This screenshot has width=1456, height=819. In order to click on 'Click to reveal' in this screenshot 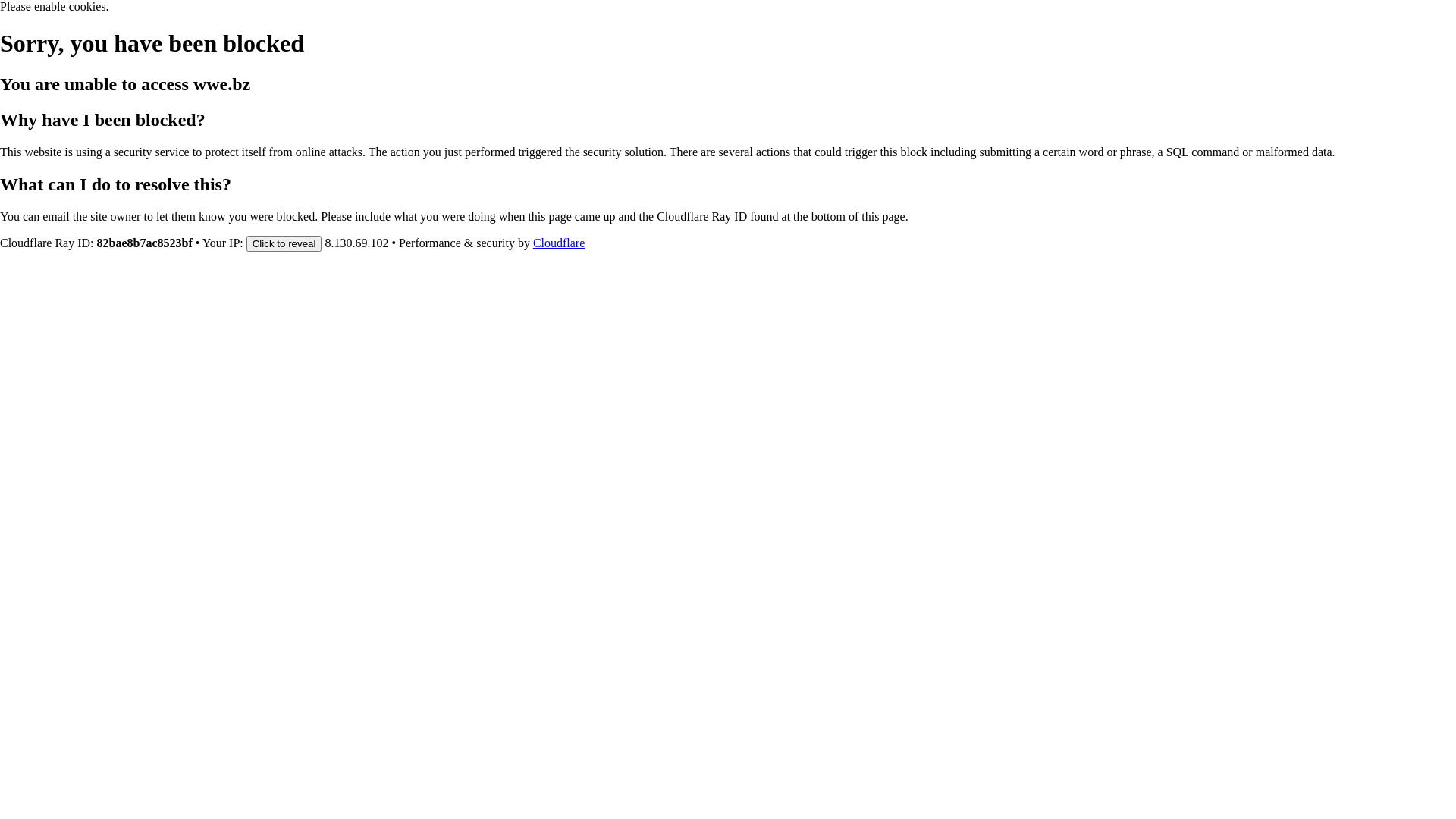, I will do `click(284, 242)`.